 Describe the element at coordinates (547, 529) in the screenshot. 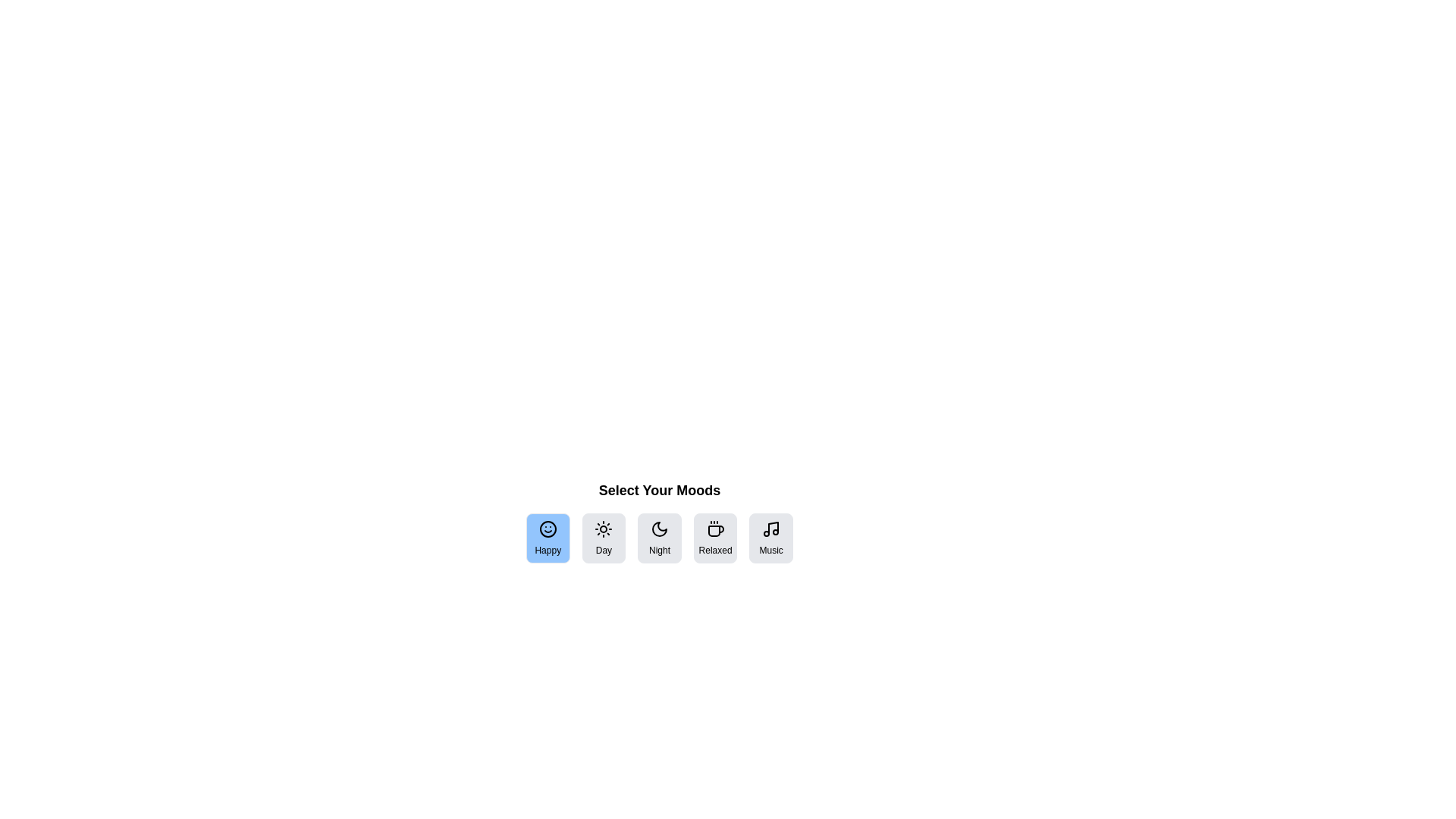

I see `the 'Happy' mood icon element, which is part of the first button in a series of five horizontally aligned mood buttons` at that location.